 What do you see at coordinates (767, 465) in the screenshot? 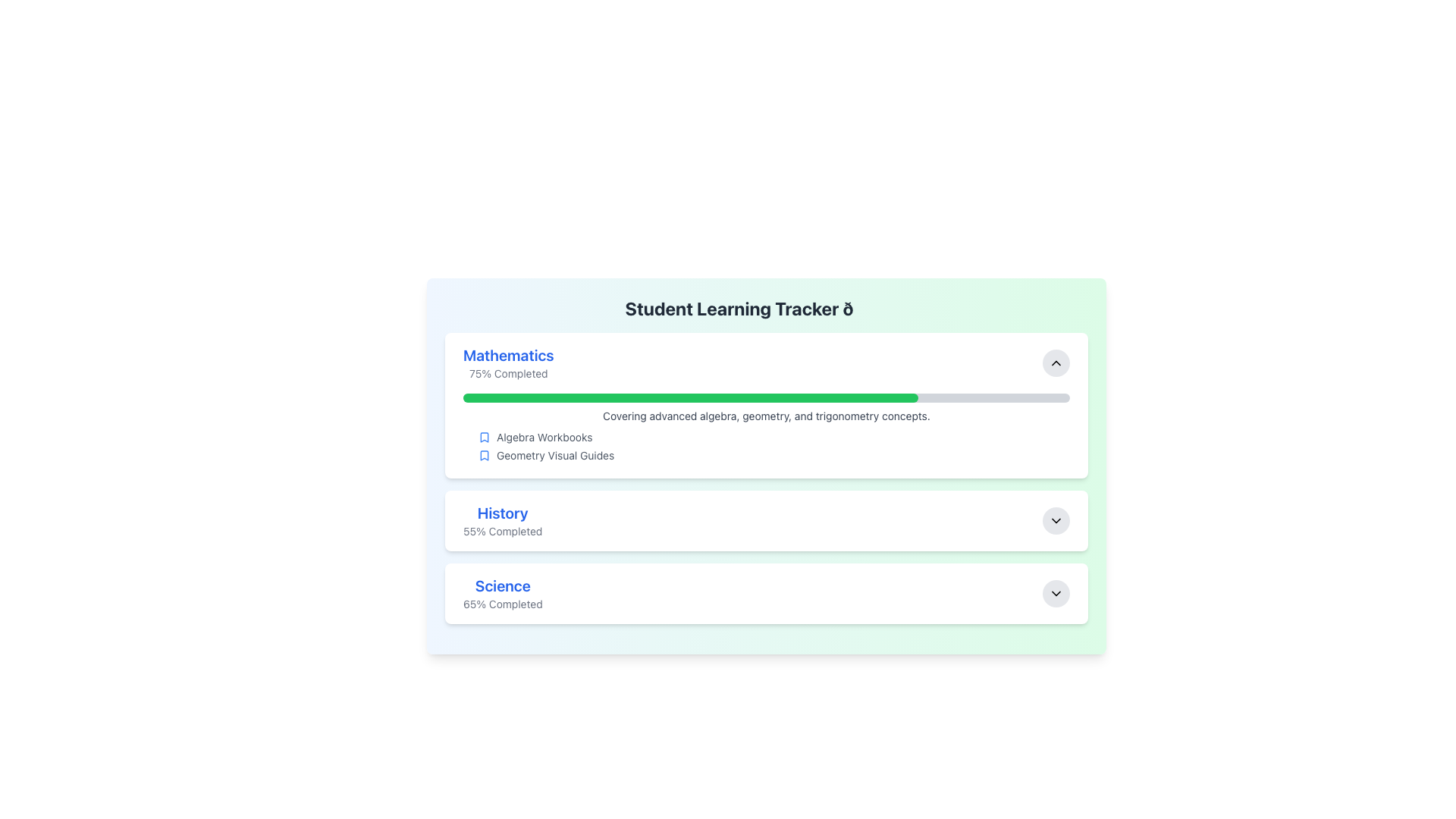
I see `the interactive icons within the progress tracker element` at bounding box center [767, 465].